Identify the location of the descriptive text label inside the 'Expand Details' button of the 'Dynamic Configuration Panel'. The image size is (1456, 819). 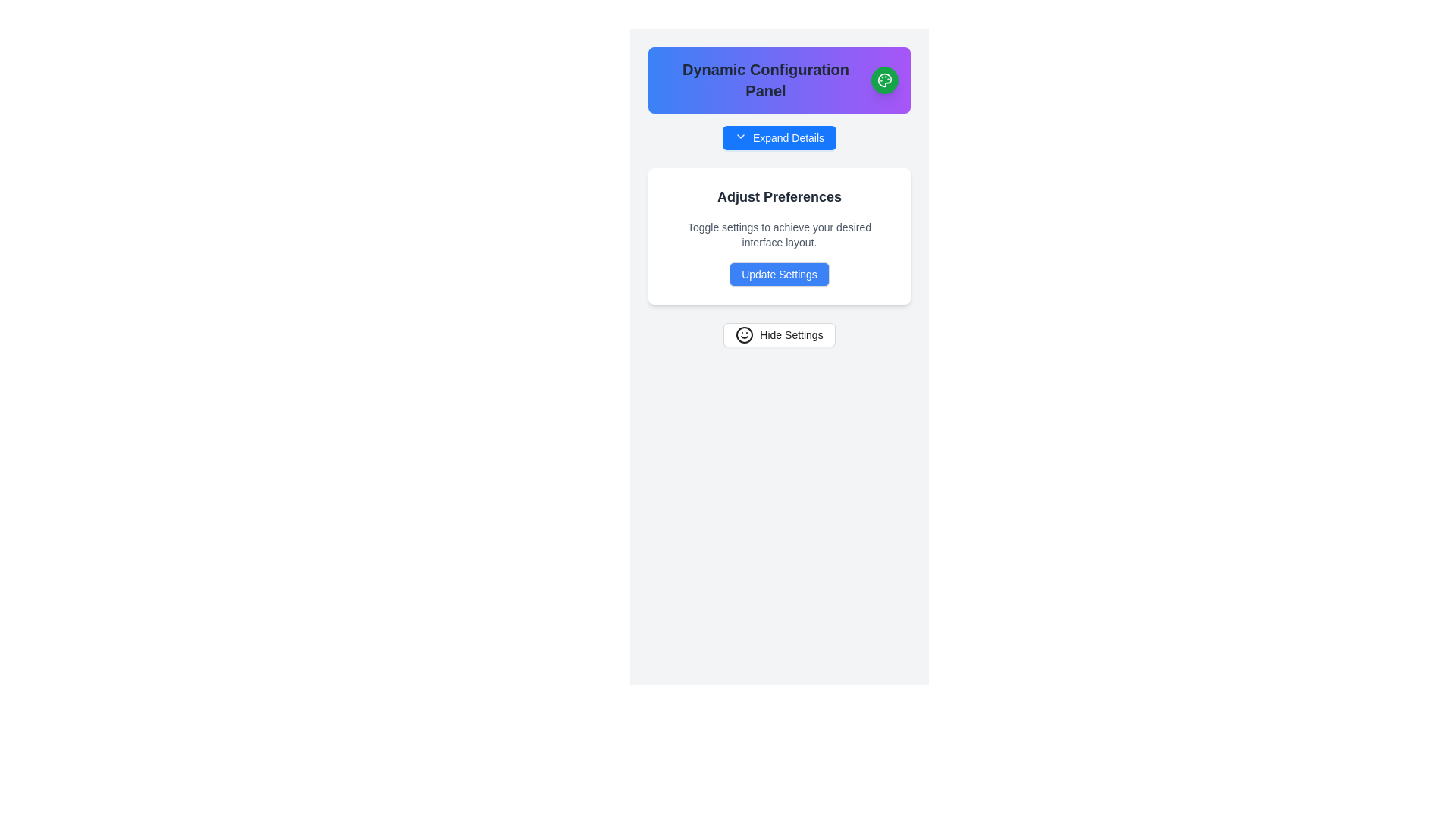
(789, 137).